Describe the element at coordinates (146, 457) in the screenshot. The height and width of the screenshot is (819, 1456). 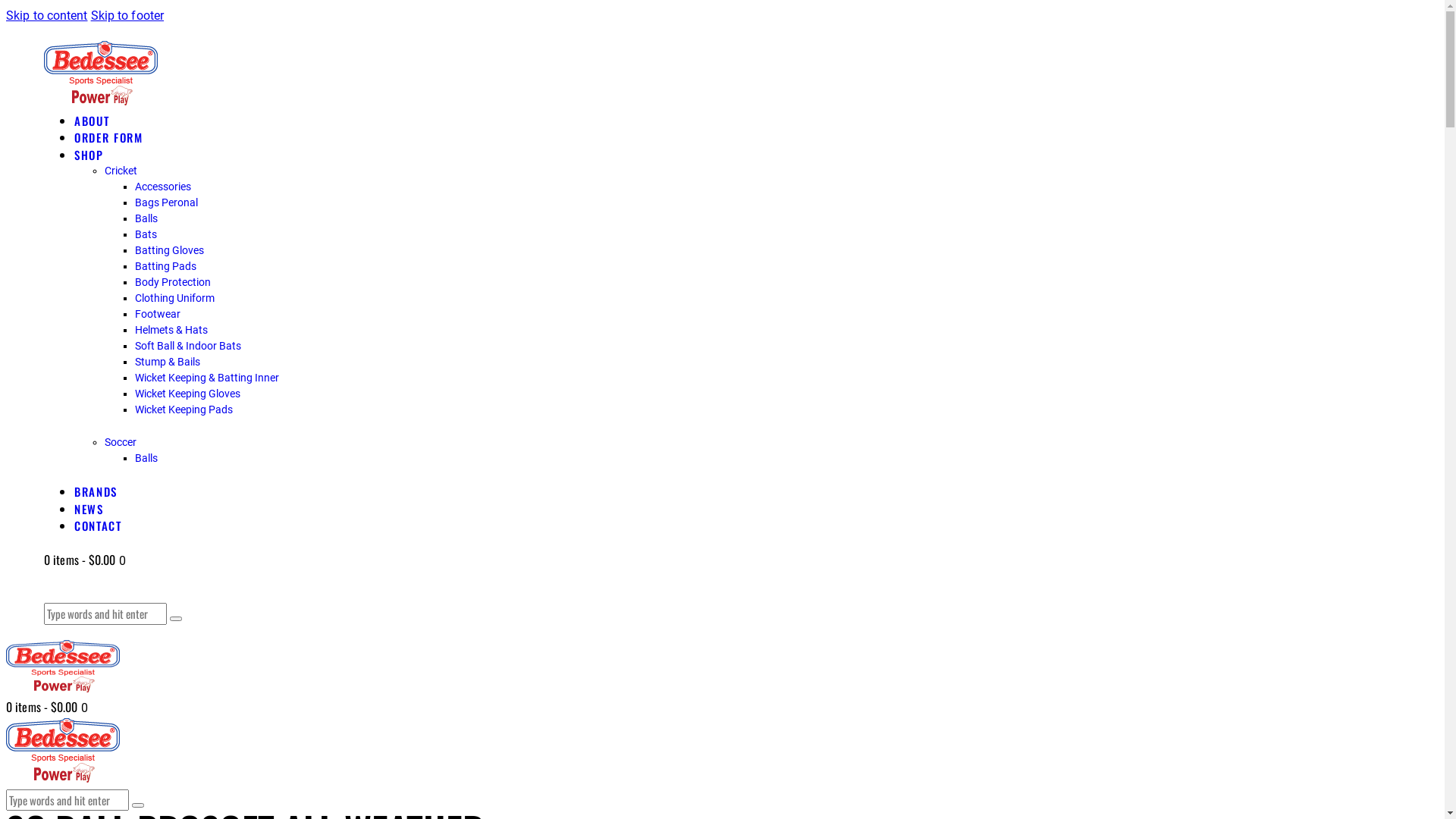
I see `'Balls'` at that location.